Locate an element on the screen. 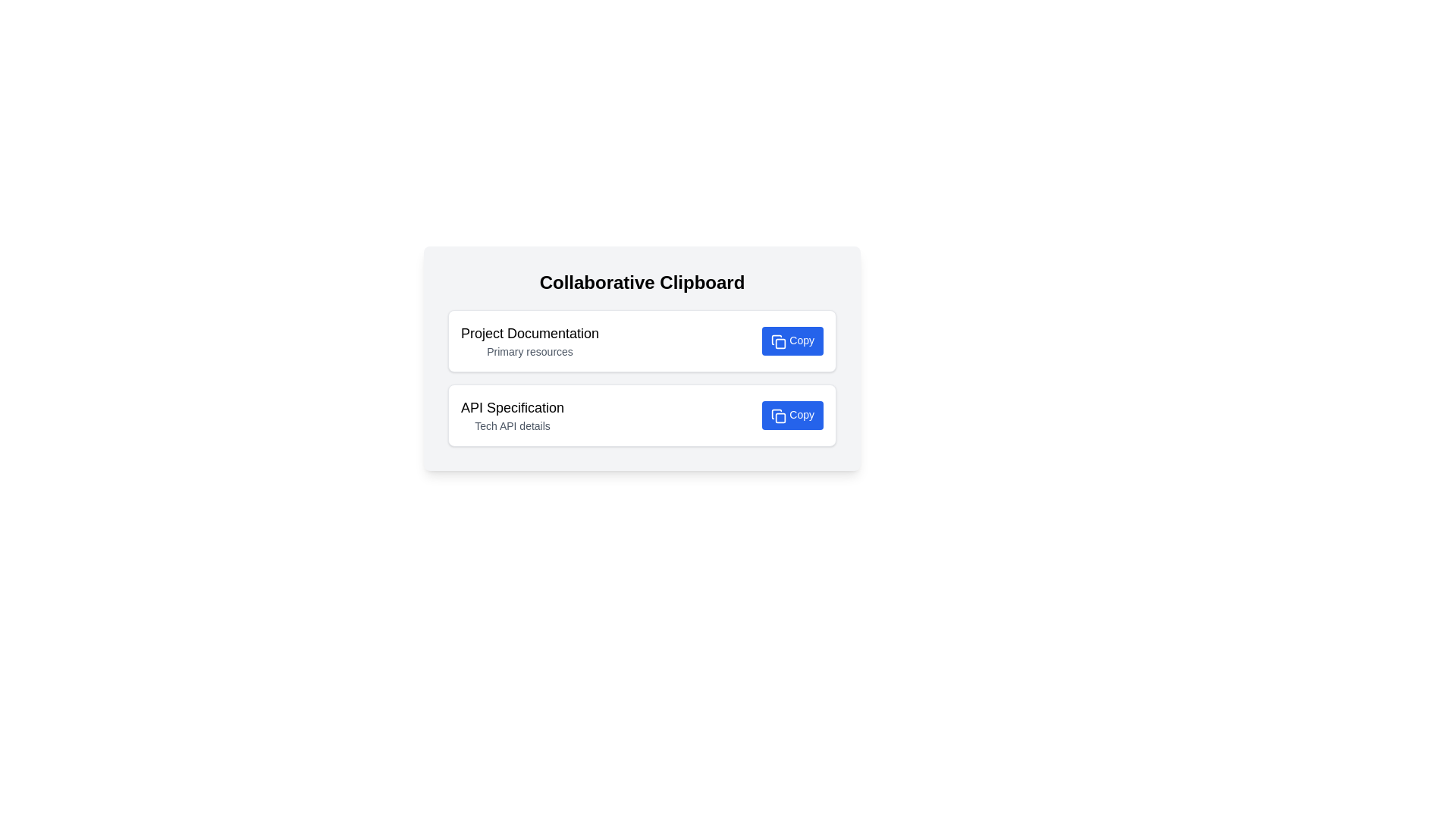  the label displaying the text 'Project Documentation', which is a bold font static text located above the 'Primary resources' text within a white card in the 'Collaborative Clipboard' section is located at coordinates (530, 332).